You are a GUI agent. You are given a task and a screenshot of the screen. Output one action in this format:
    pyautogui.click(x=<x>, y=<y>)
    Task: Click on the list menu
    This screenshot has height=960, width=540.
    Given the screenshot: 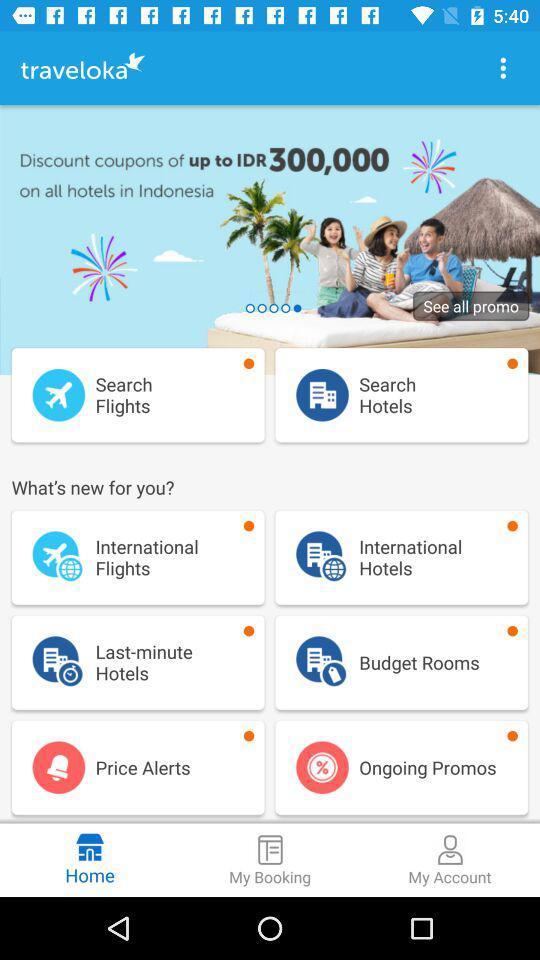 What is the action you would take?
    pyautogui.click(x=502, y=68)
    